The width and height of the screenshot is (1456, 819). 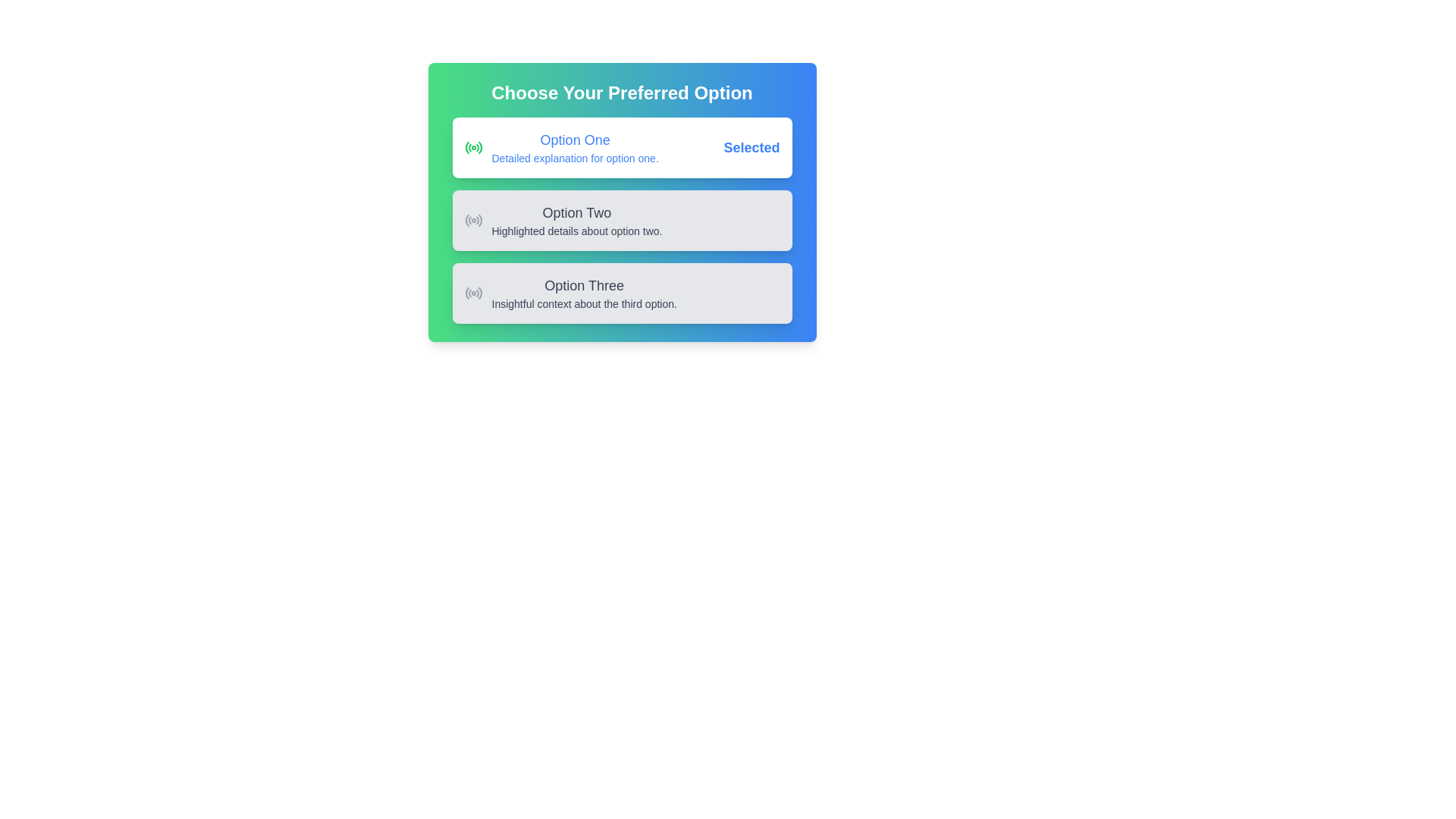 I want to click on the grouped text display component labeled 'Option One', so click(x=574, y=148).